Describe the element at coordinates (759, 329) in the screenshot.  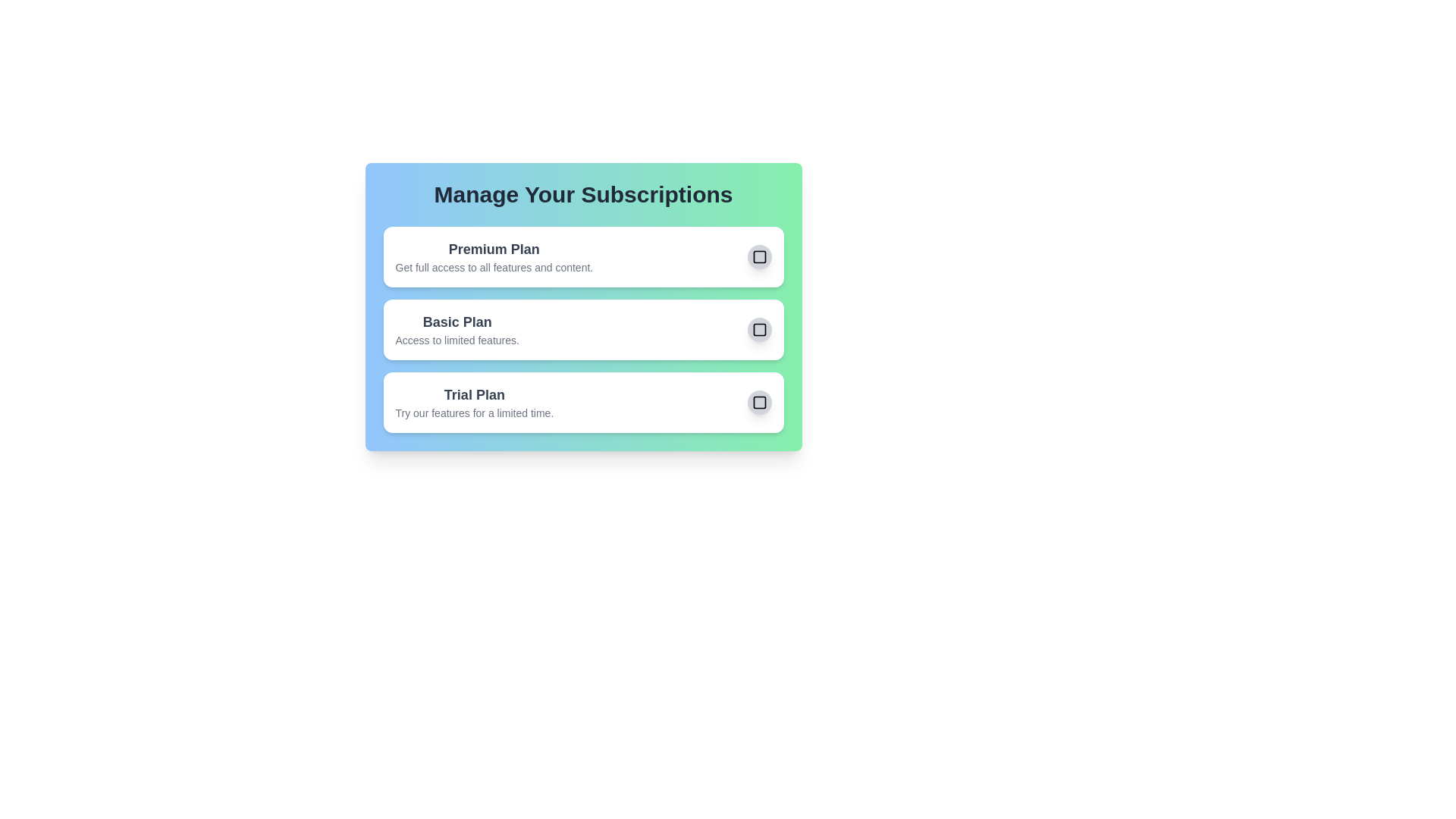
I see `the Square icon within the interactive button adjacent to the 'Basic Plan' section` at that location.